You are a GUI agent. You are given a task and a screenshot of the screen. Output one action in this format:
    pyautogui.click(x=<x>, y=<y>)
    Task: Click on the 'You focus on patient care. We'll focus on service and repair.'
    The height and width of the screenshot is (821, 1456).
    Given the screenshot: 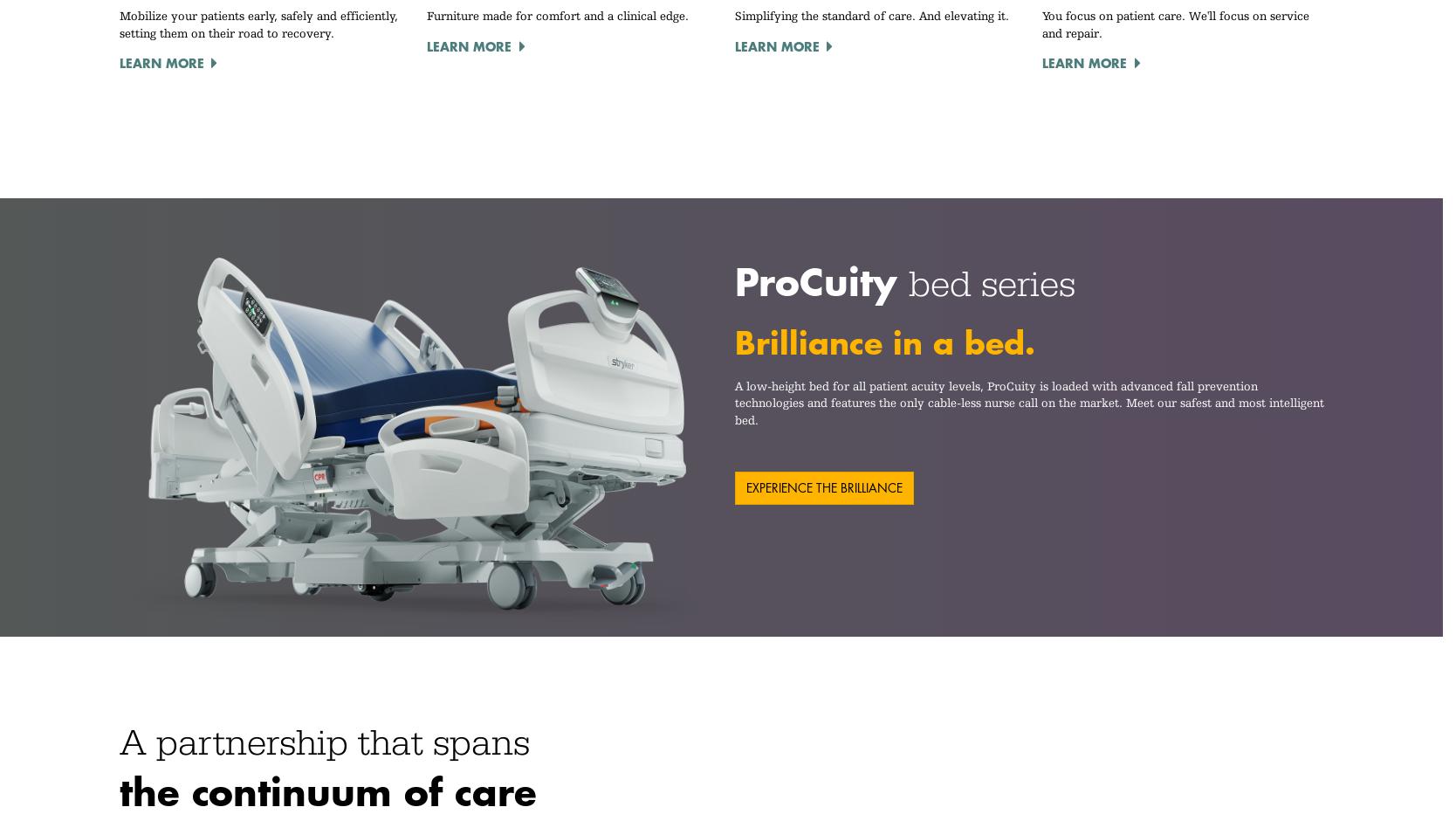 What is the action you would take?
    pyautogui.click(x=1175, y=24)
    